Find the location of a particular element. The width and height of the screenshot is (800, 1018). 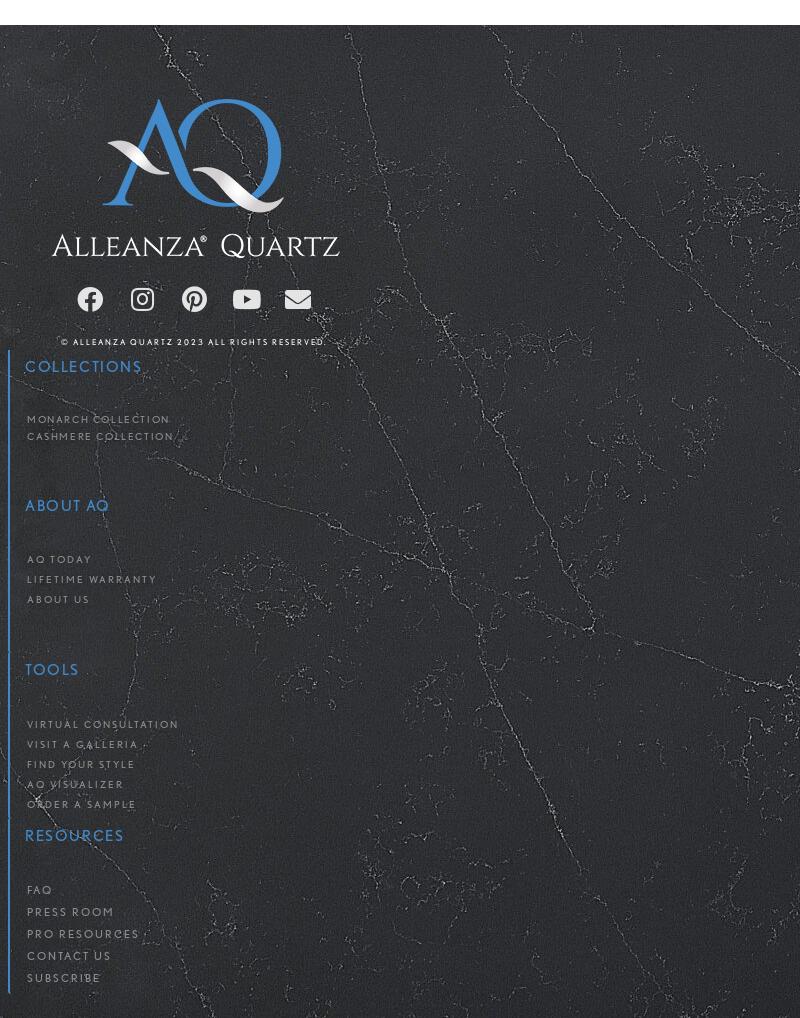

'VIRTUAL CONSULTATION' is located at coordinates (102, 721).